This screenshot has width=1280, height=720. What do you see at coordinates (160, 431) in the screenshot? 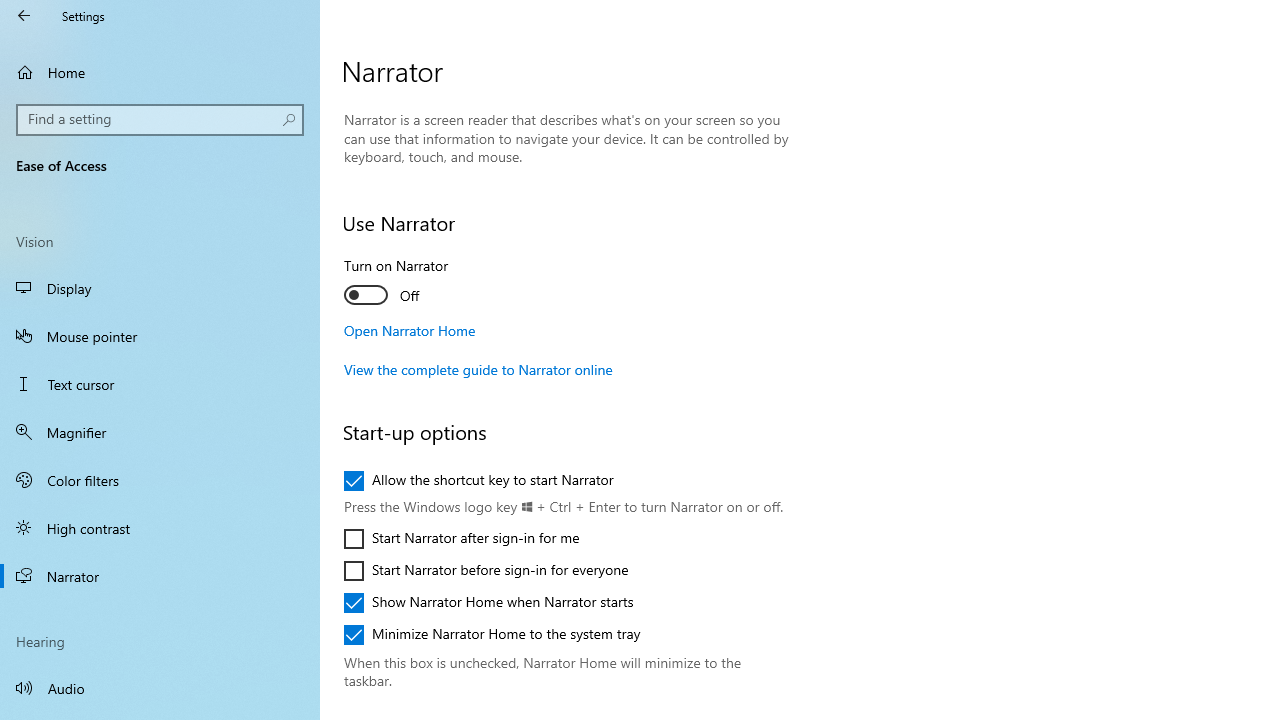
I see `'Magnifier'` at bounding box center [160, 431].